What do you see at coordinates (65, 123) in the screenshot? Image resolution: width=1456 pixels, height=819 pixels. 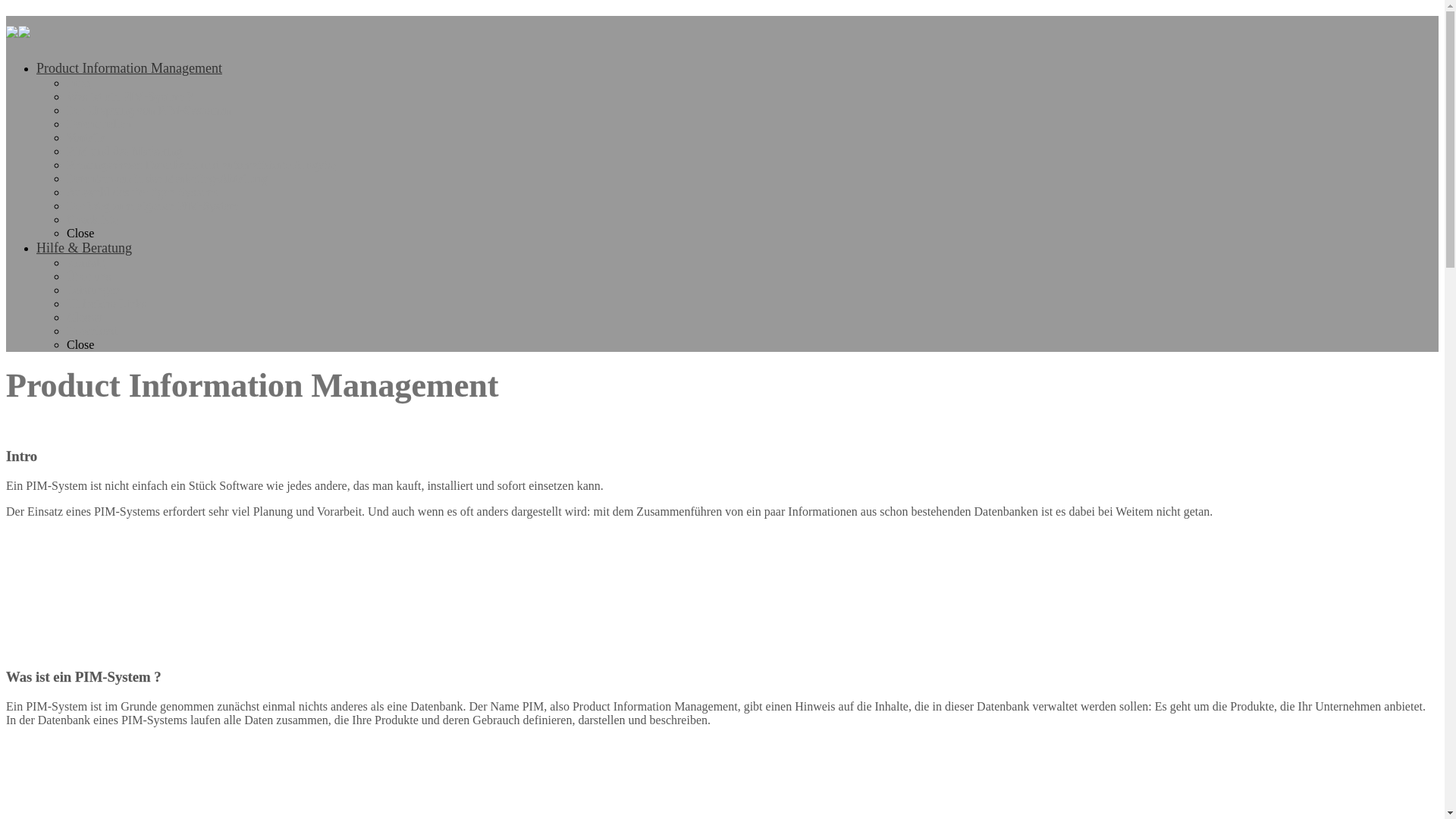 I see `'Datenquellen'` at bounding box center [65, 123].